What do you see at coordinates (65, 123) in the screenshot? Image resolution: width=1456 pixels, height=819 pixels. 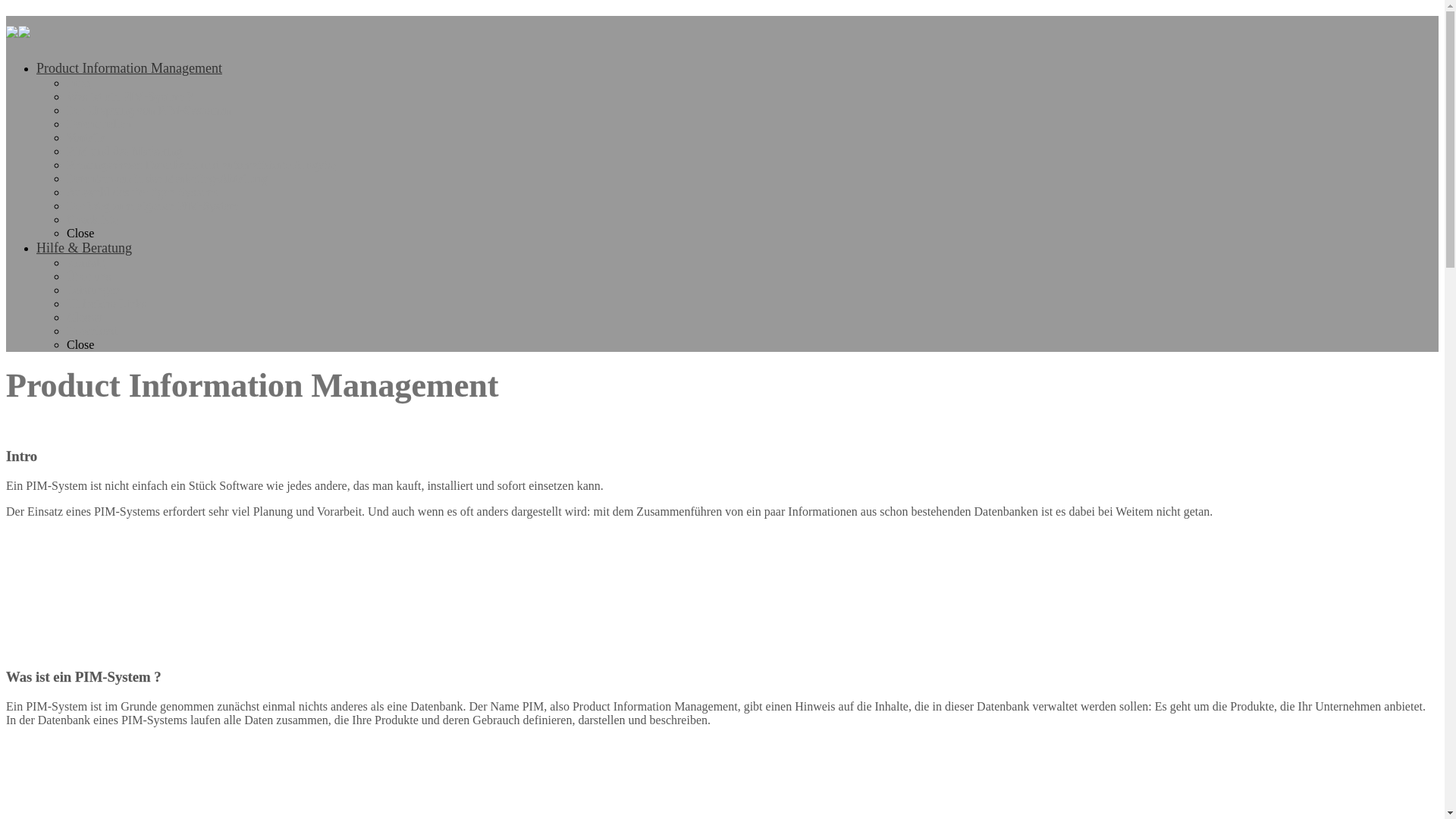 I see `'Datenquellen'` at bounding box center [65, 123].